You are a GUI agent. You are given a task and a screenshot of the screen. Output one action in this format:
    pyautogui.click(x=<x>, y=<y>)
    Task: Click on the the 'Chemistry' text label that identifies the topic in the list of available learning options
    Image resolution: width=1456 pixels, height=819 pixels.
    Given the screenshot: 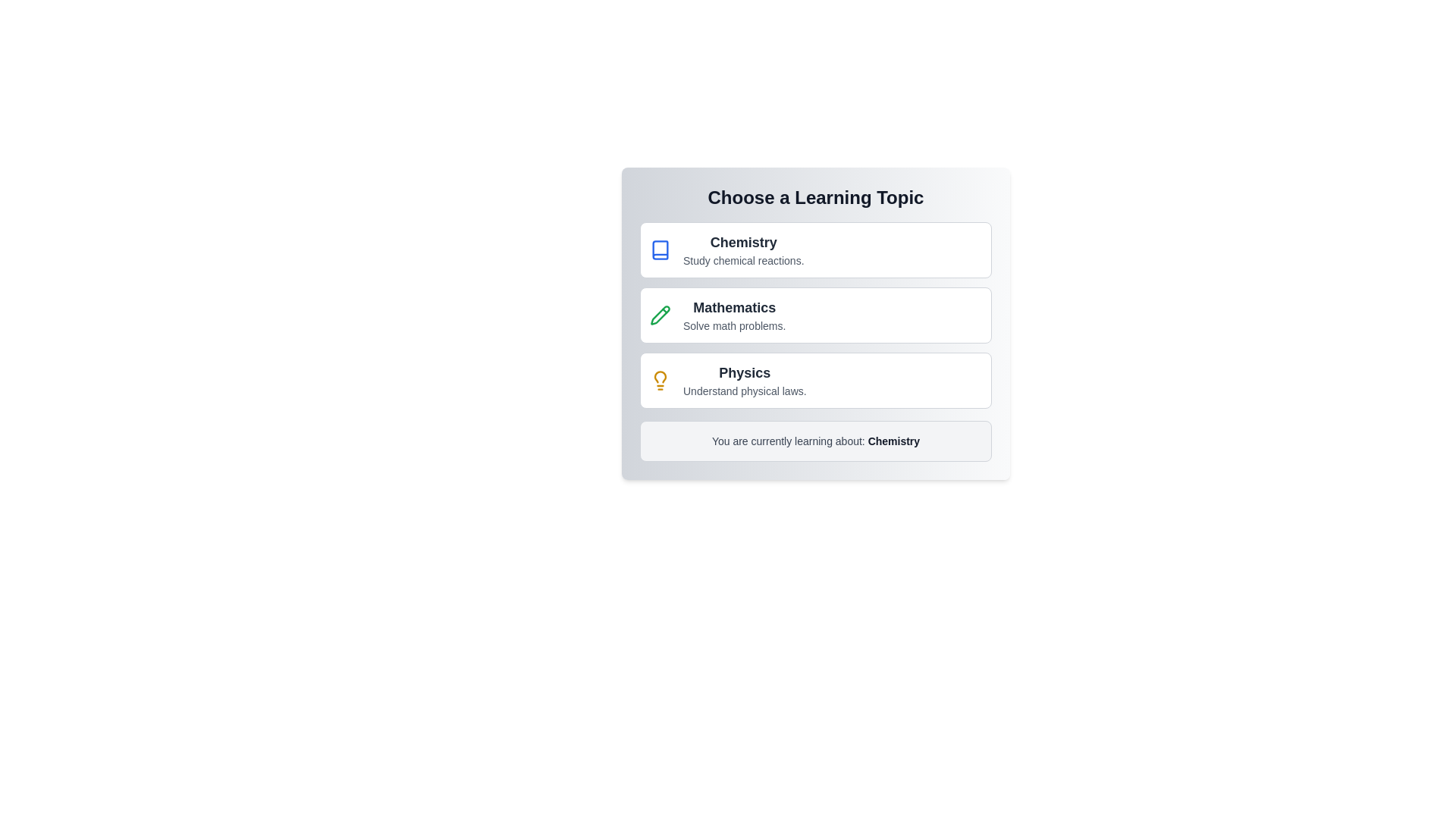 What is the action you would take?
    pyautogui.click(x=743, y=242)
    